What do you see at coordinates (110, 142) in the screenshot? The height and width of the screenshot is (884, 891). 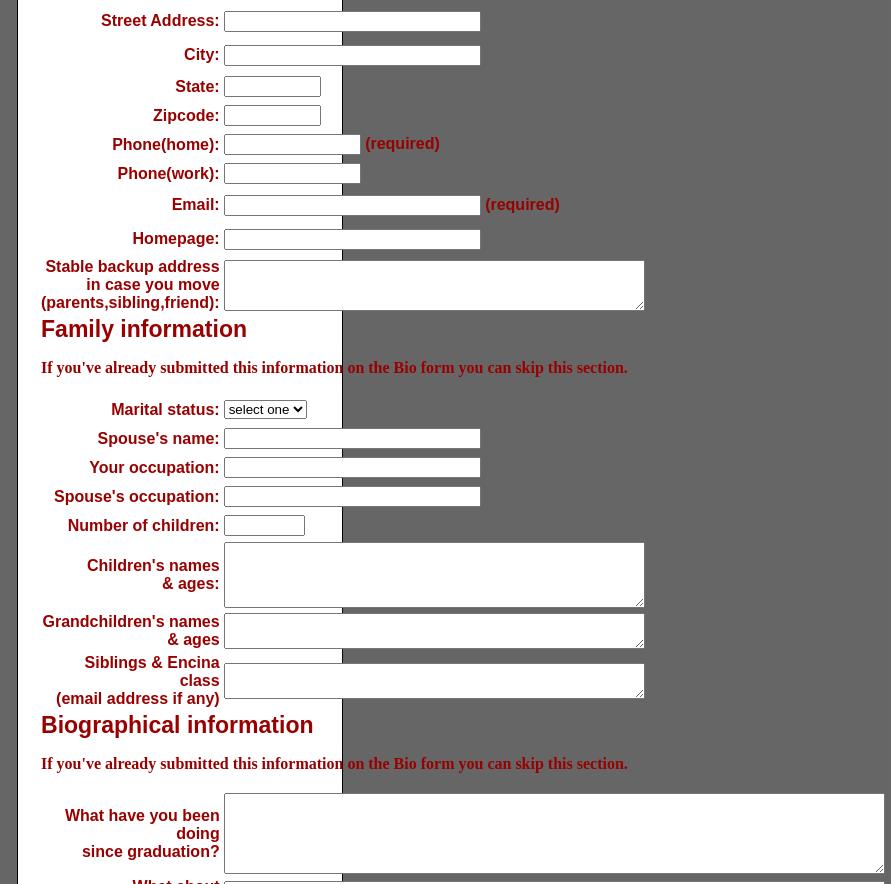 I see `'Phone(home):'` at bounding box center [110, 142].